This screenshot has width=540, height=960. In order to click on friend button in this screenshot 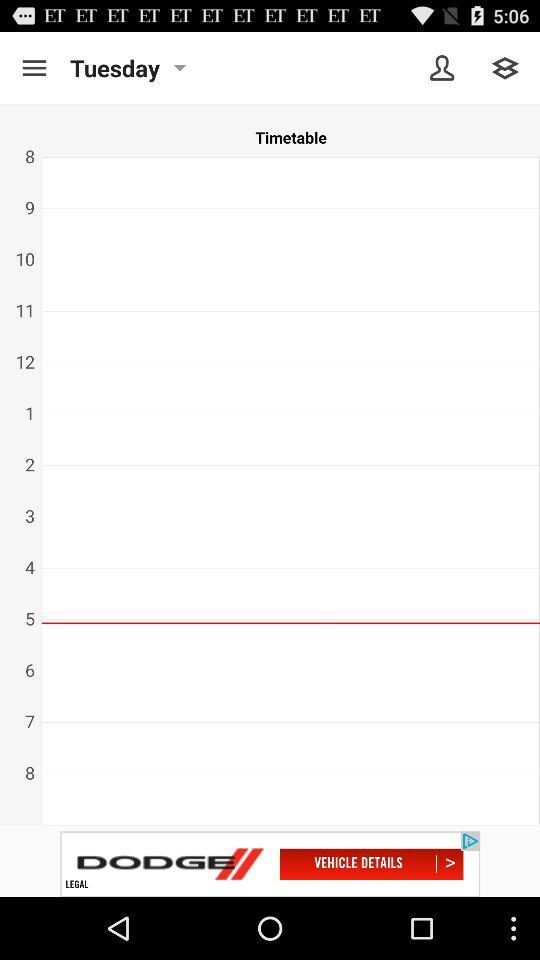, I will do `click(442, 68)`.